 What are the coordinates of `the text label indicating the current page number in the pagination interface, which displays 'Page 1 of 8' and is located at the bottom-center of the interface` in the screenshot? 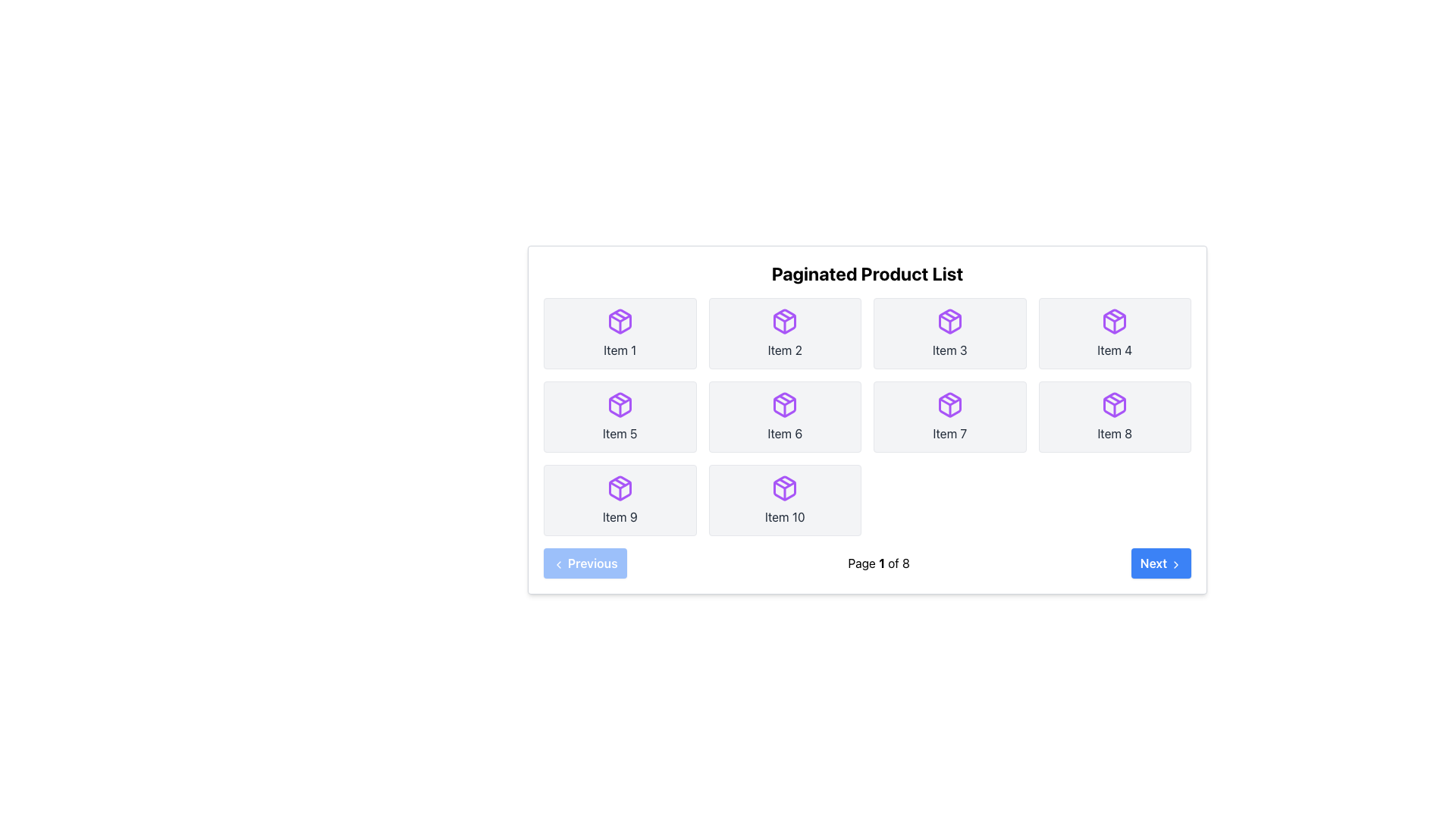 It's located at (881, 563).